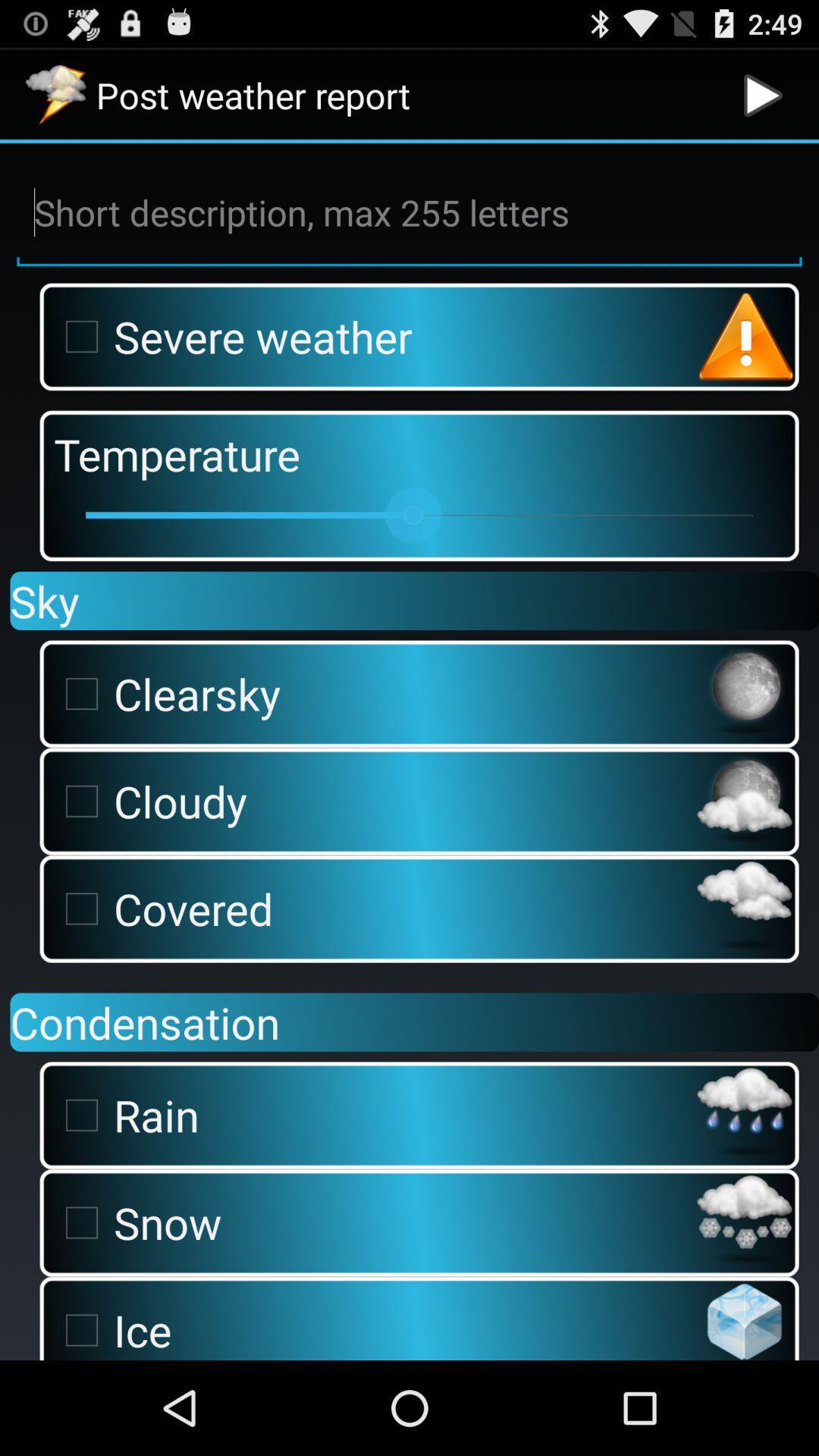 This screenshot has height=1456, width=819. Describe the element at coordinates (763, 94) in the screenshot. I see `the item to the right of the post weather report icon` at that location.